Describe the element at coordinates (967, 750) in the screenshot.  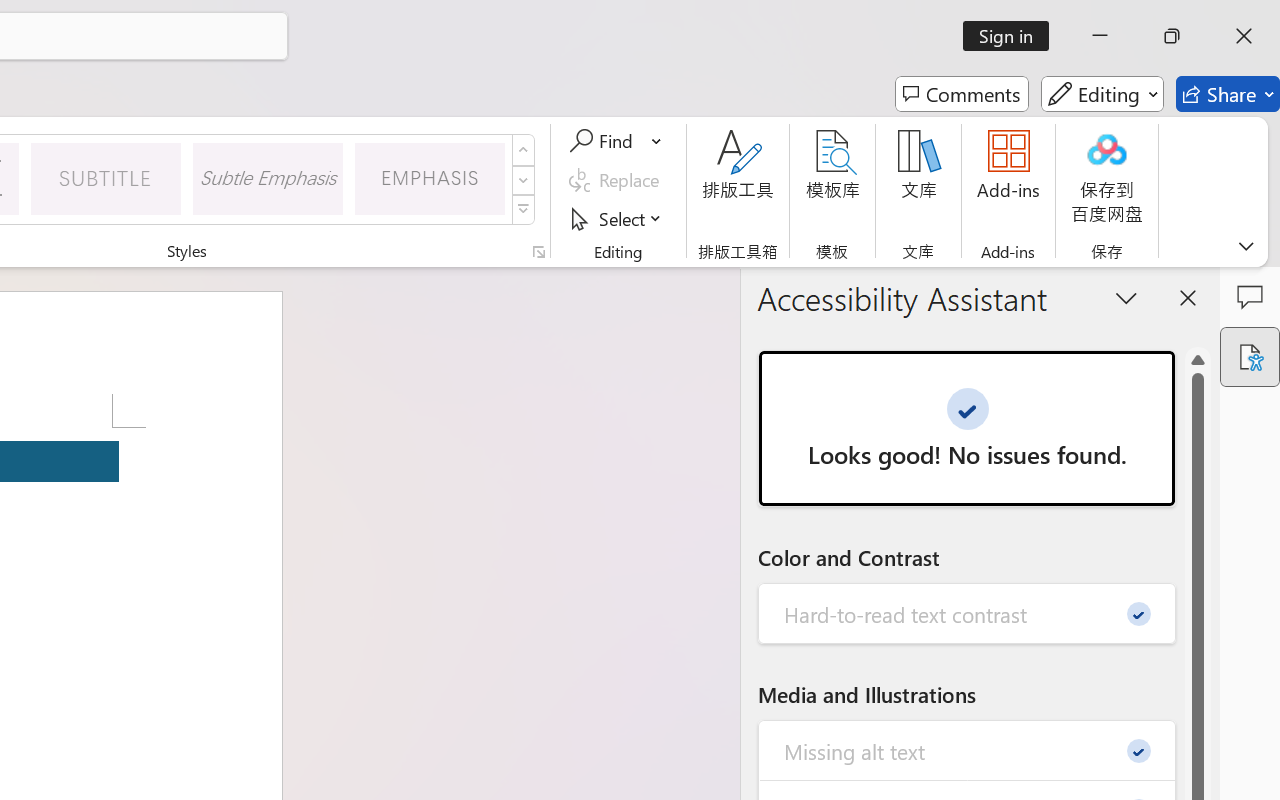
I see `'Missing alt text - 0'` at that location.